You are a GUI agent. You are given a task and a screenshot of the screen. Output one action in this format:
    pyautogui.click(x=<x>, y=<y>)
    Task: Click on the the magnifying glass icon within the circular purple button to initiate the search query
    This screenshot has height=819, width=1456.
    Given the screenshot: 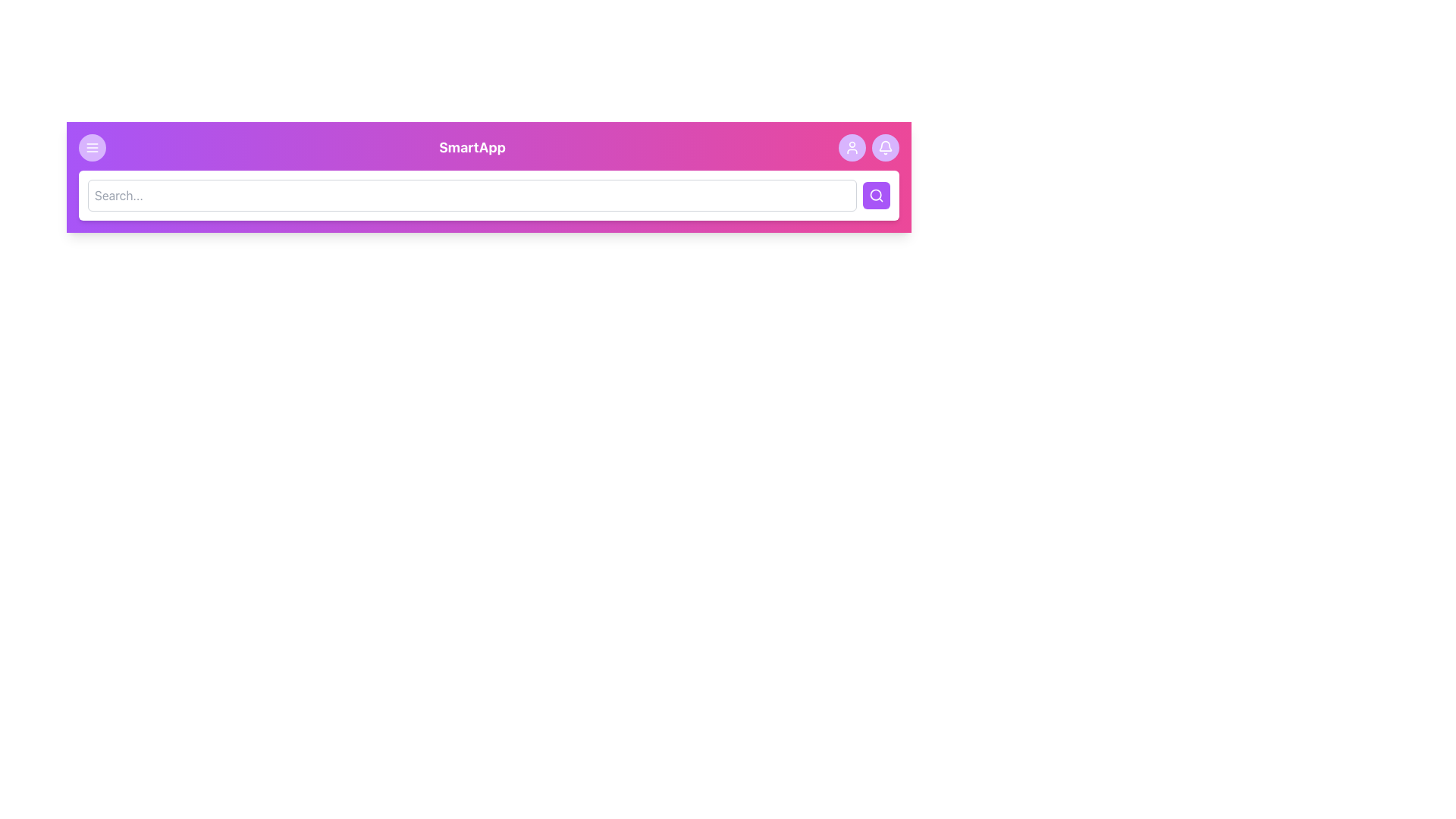 What is the action you would take?
    pyautogui.click(x=877, y=195)
    